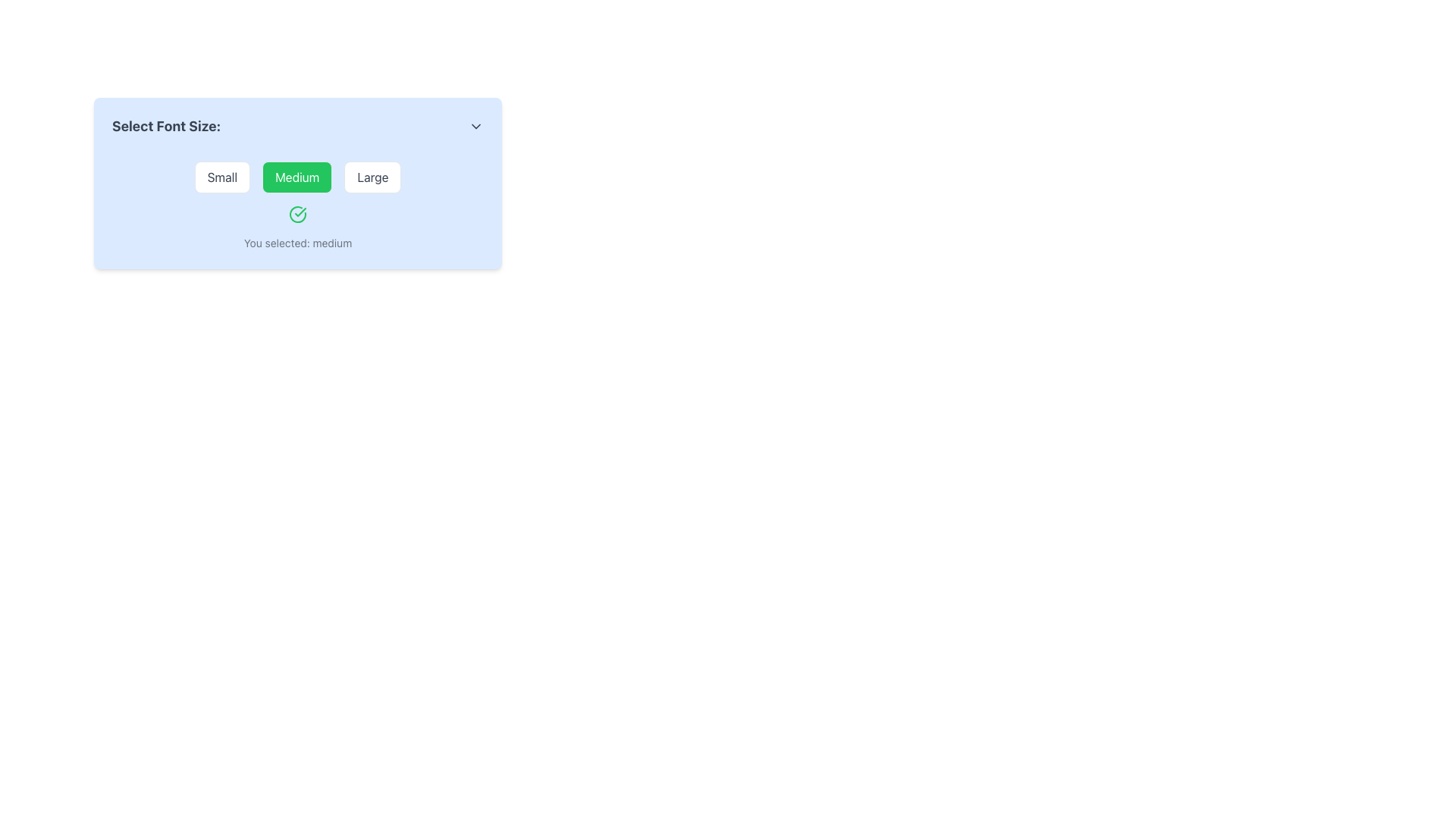 Image resolution: width=1456 pixels, height=819 pixels. What do you see at coordinates (298, 177) in the screenshot?
I see `the 'Medium' button in the font size selection group` at bounding box center [298, 177].